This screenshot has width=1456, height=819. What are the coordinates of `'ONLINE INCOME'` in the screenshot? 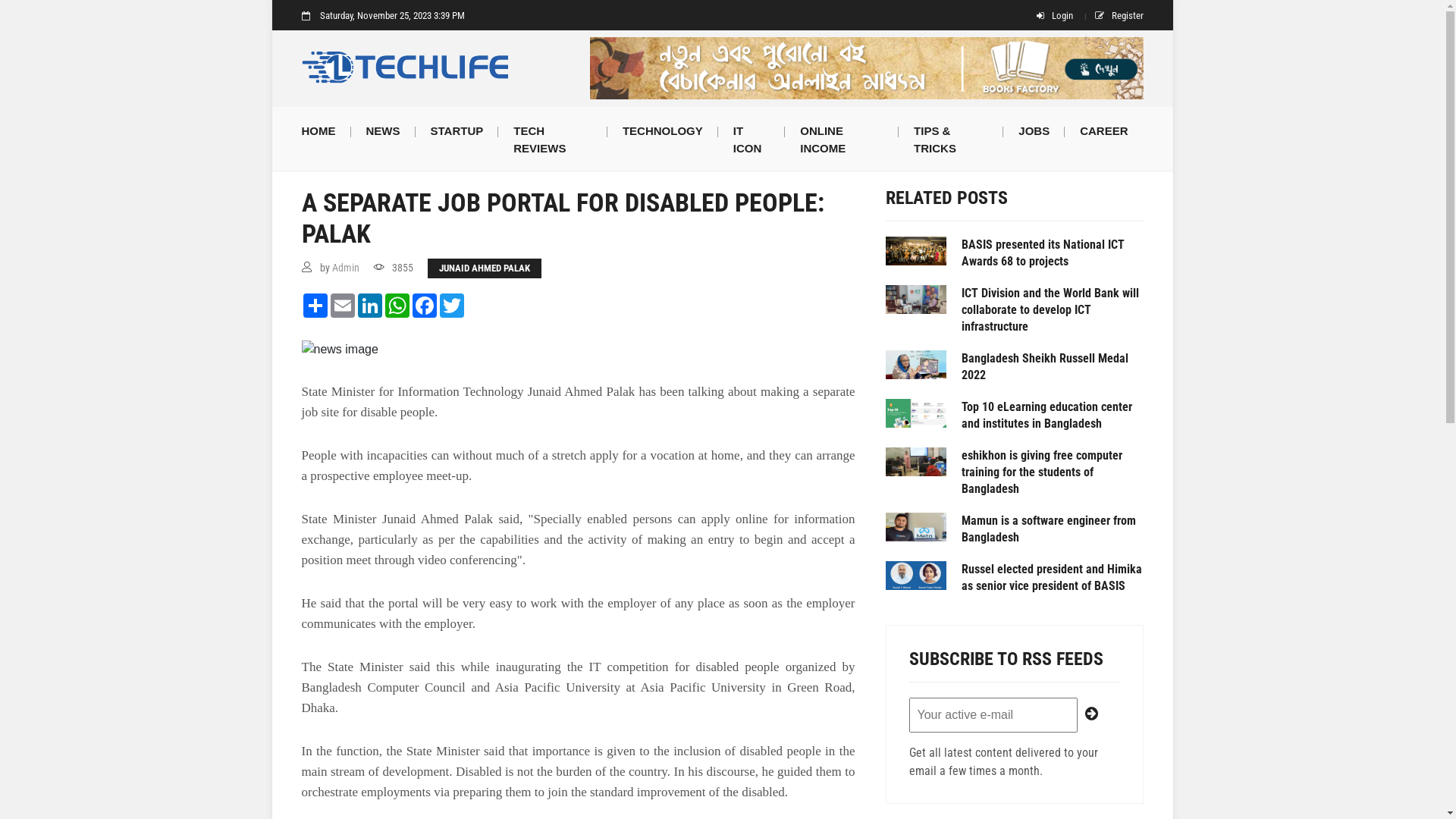 It's located at (840, 138).